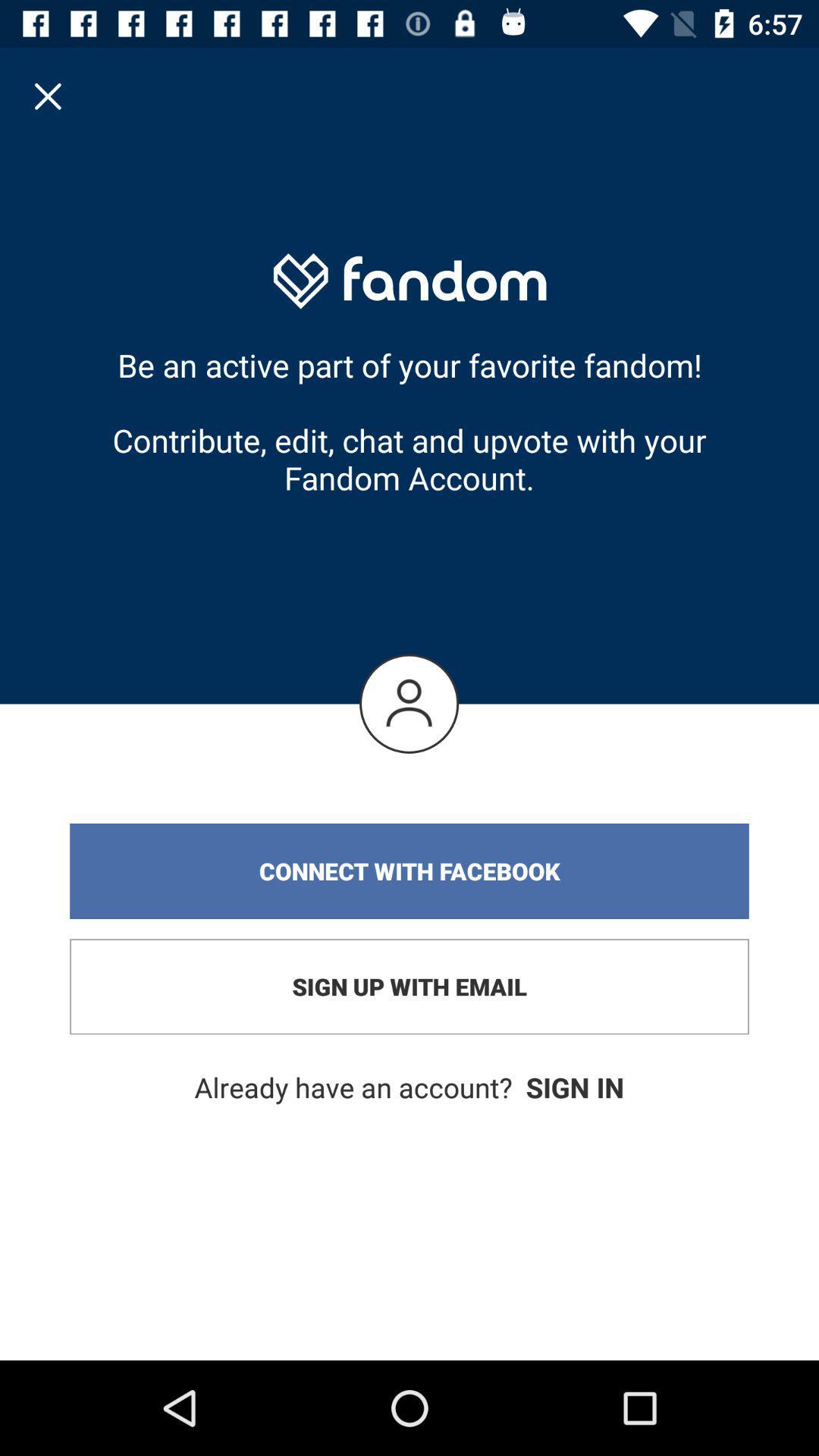  What do you see at coordinates (47, 95) in the screenshot?
I see `icon at the top left corner` at bounding box center [47, 95].